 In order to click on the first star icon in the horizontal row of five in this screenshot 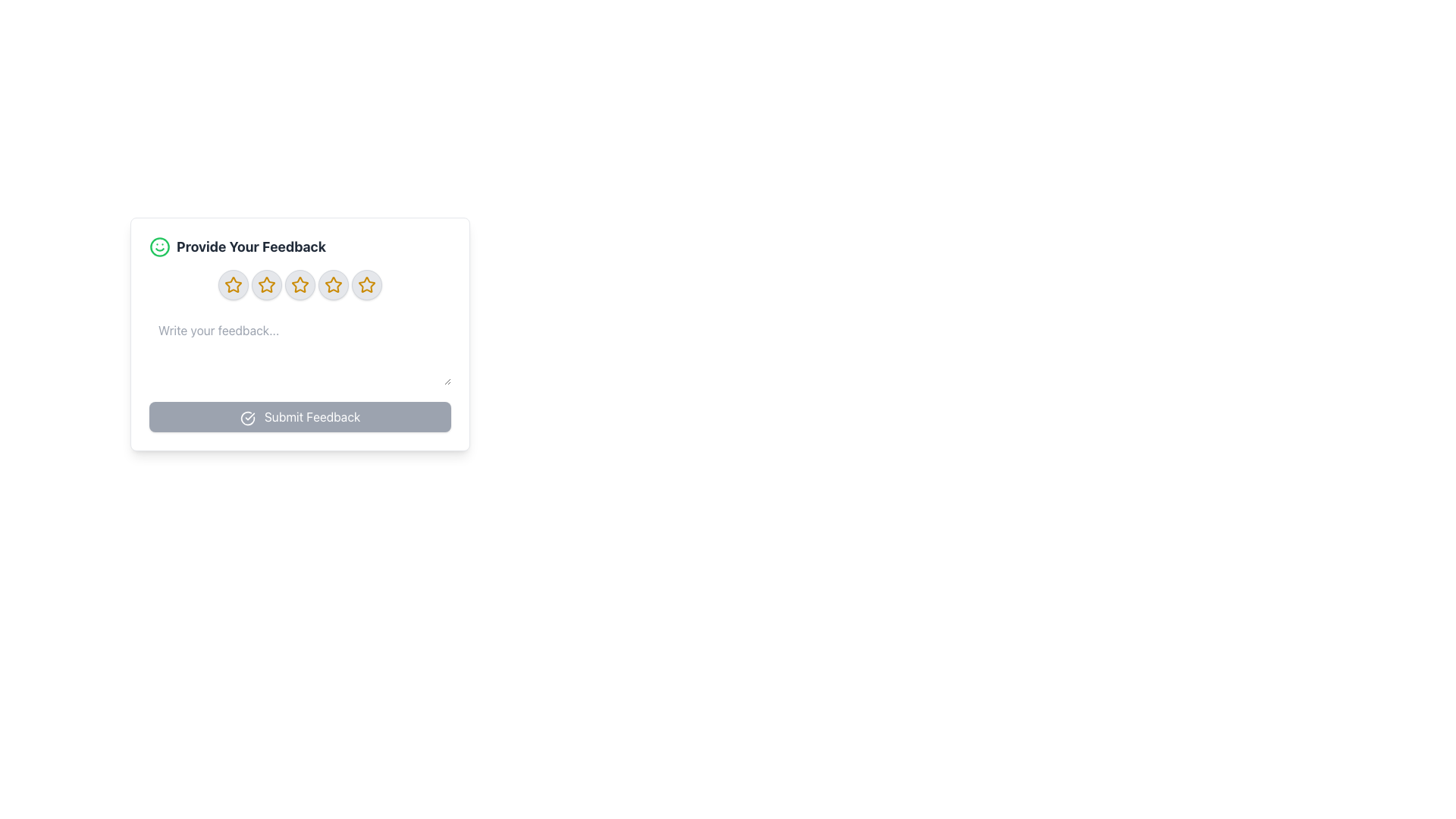, I will do `click(232, 284)`.